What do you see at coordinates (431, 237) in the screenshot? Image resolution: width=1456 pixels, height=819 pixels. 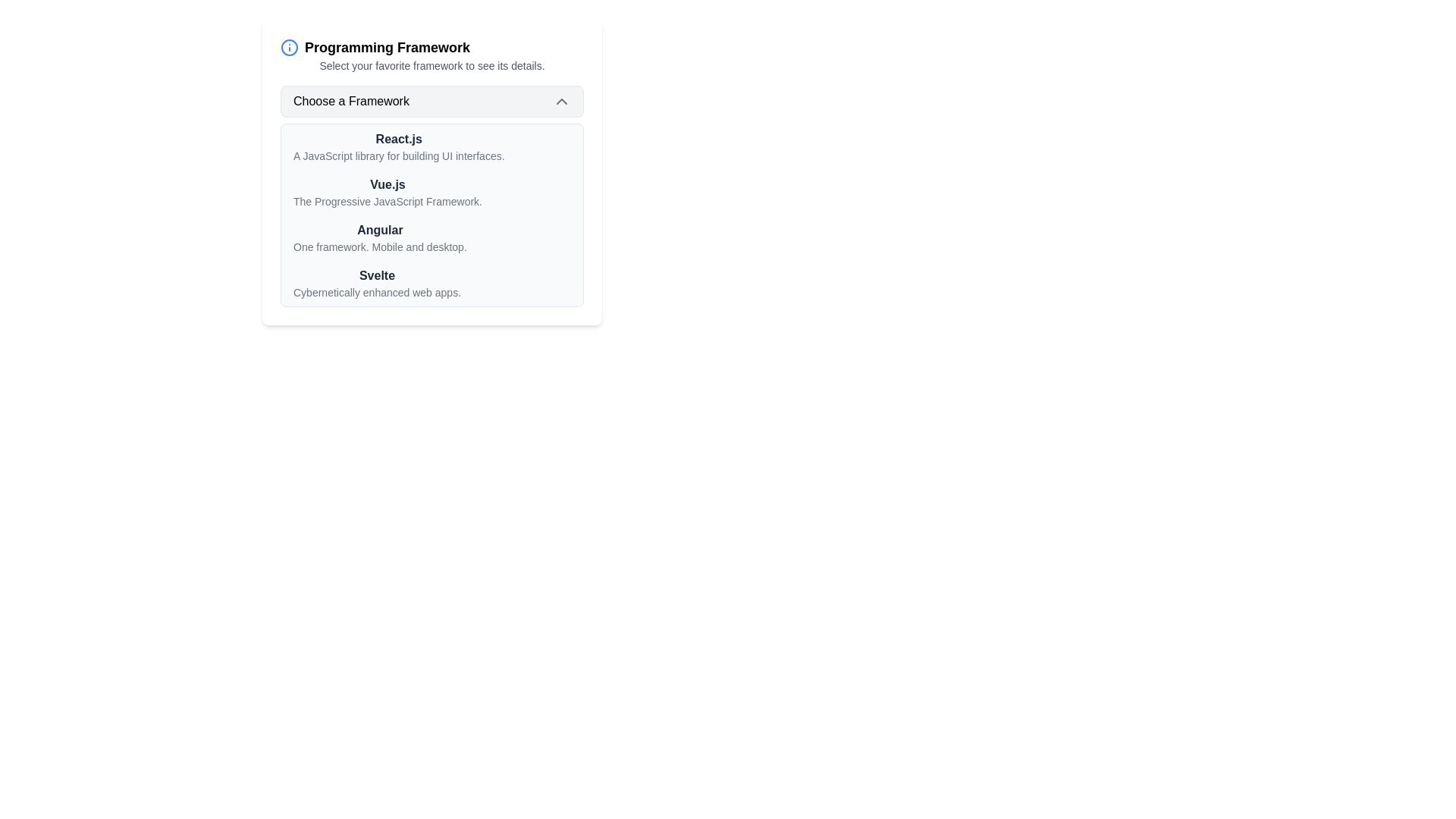 I see `the third list item in the selection menu titled 'Angular', which features a description 'One framework. Mobile and desktop.'` at bounding box center [431, 237].